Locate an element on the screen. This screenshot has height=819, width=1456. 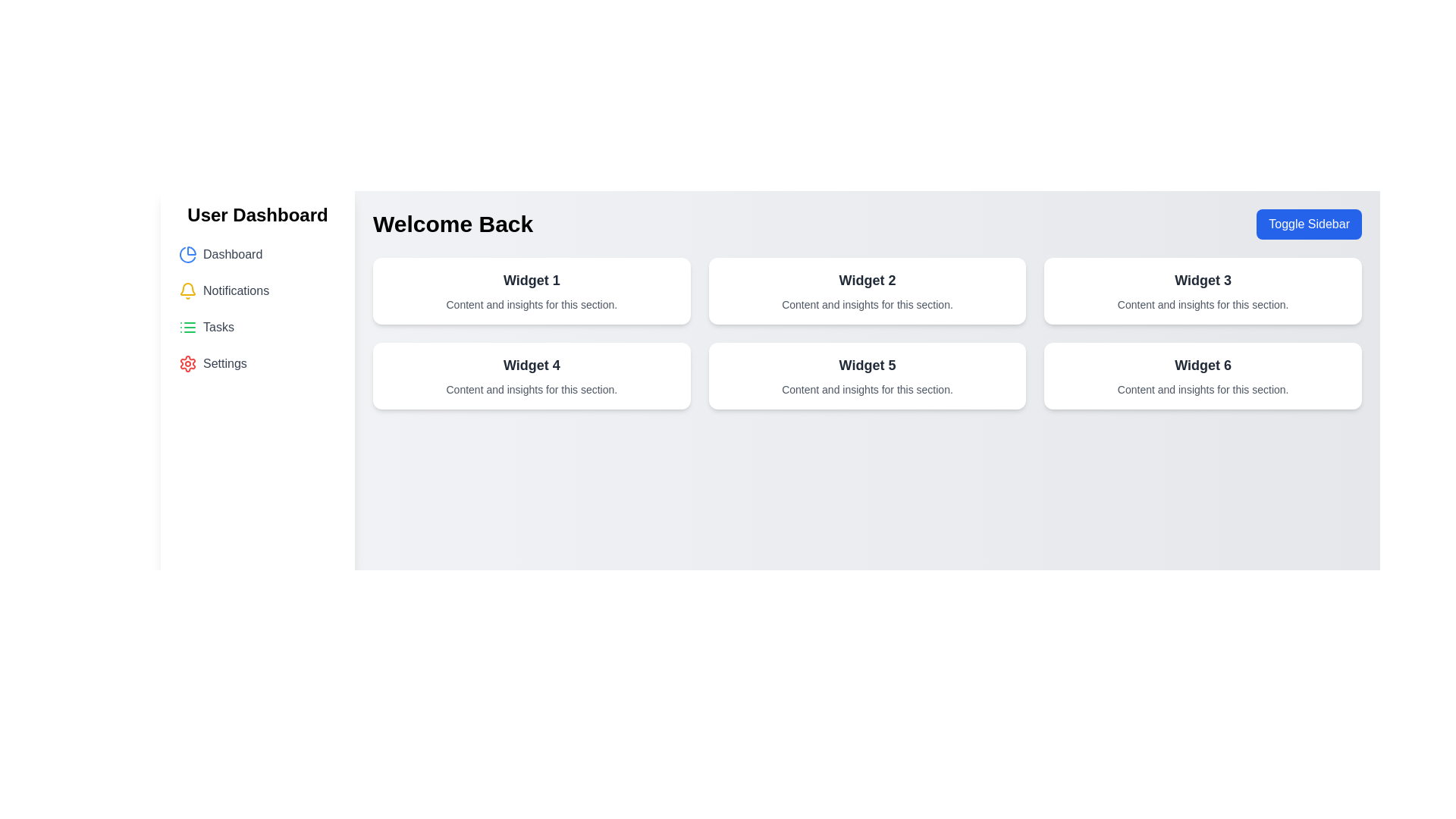
the 'Settings' menu item in the vertical navigation bar, which is the fourth entry under 'User Dashboard' and features a red gear icon is located at coordinates (258, 363).